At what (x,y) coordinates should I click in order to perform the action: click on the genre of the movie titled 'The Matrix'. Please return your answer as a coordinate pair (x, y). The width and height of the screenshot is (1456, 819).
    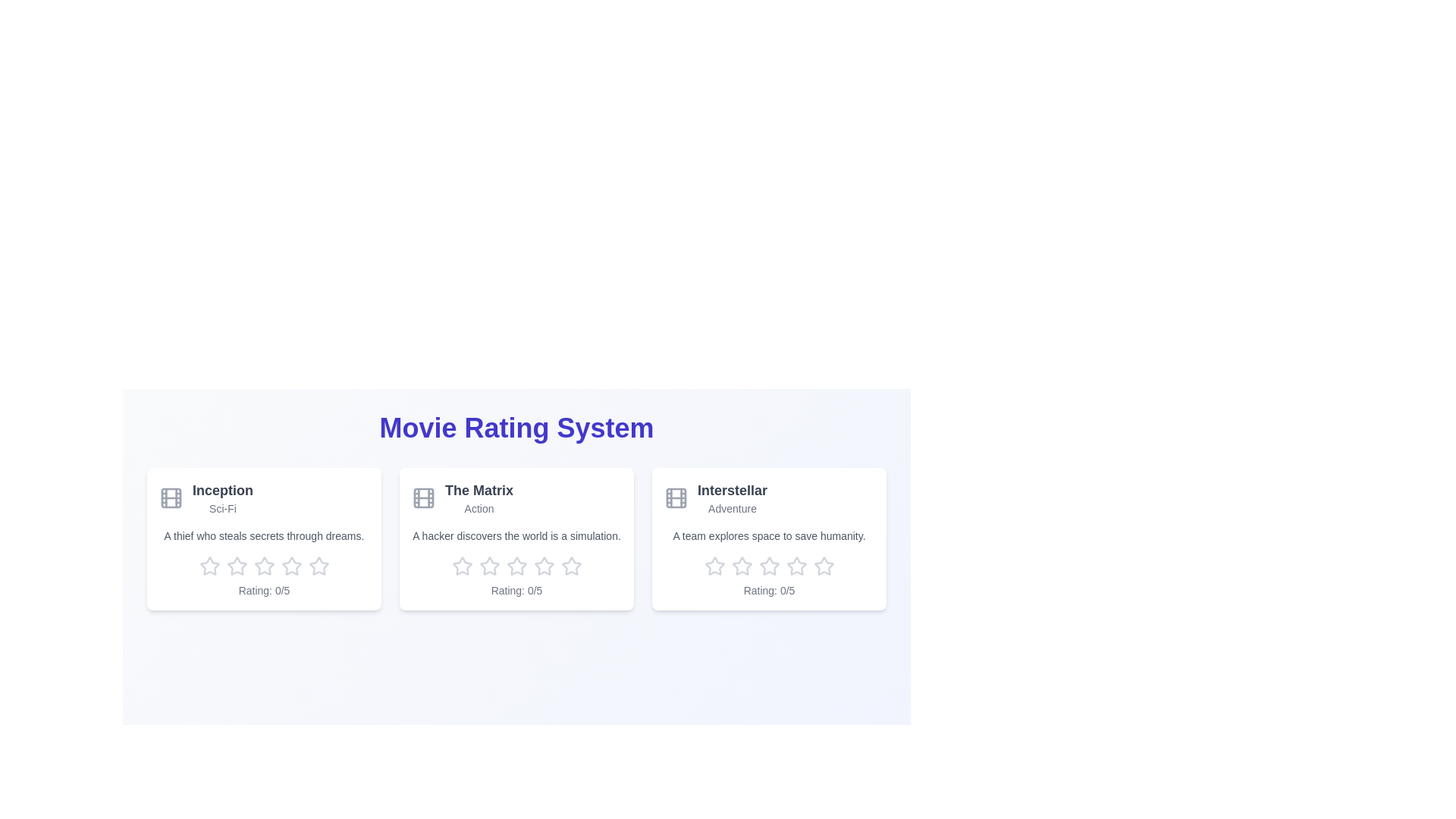
    Looking at the image, I should click on (479, 509).